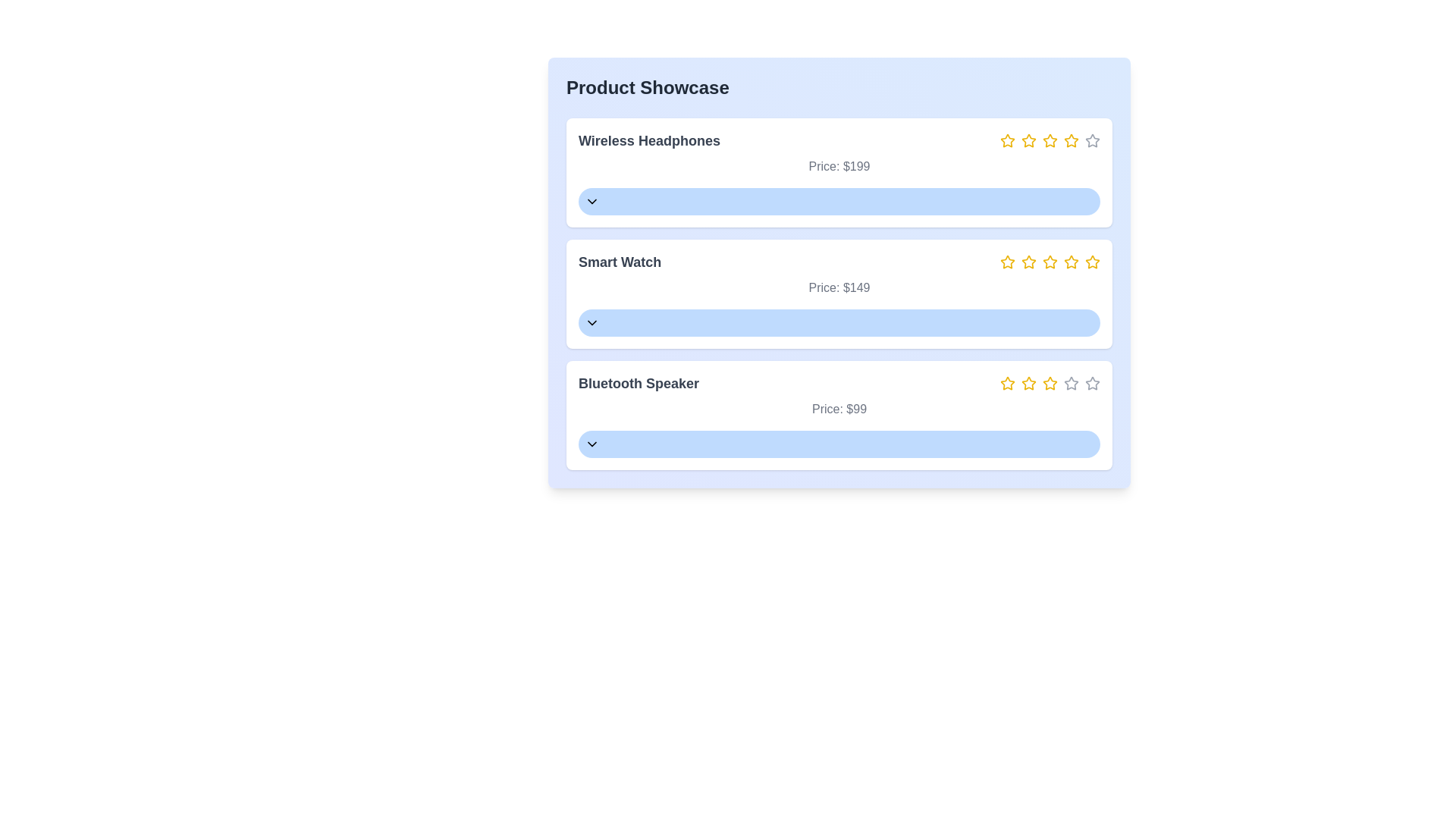 The width and height of the screenshot is (1456, 819). I want to click on the first interactive star icon for rating, so click(1007, 140).